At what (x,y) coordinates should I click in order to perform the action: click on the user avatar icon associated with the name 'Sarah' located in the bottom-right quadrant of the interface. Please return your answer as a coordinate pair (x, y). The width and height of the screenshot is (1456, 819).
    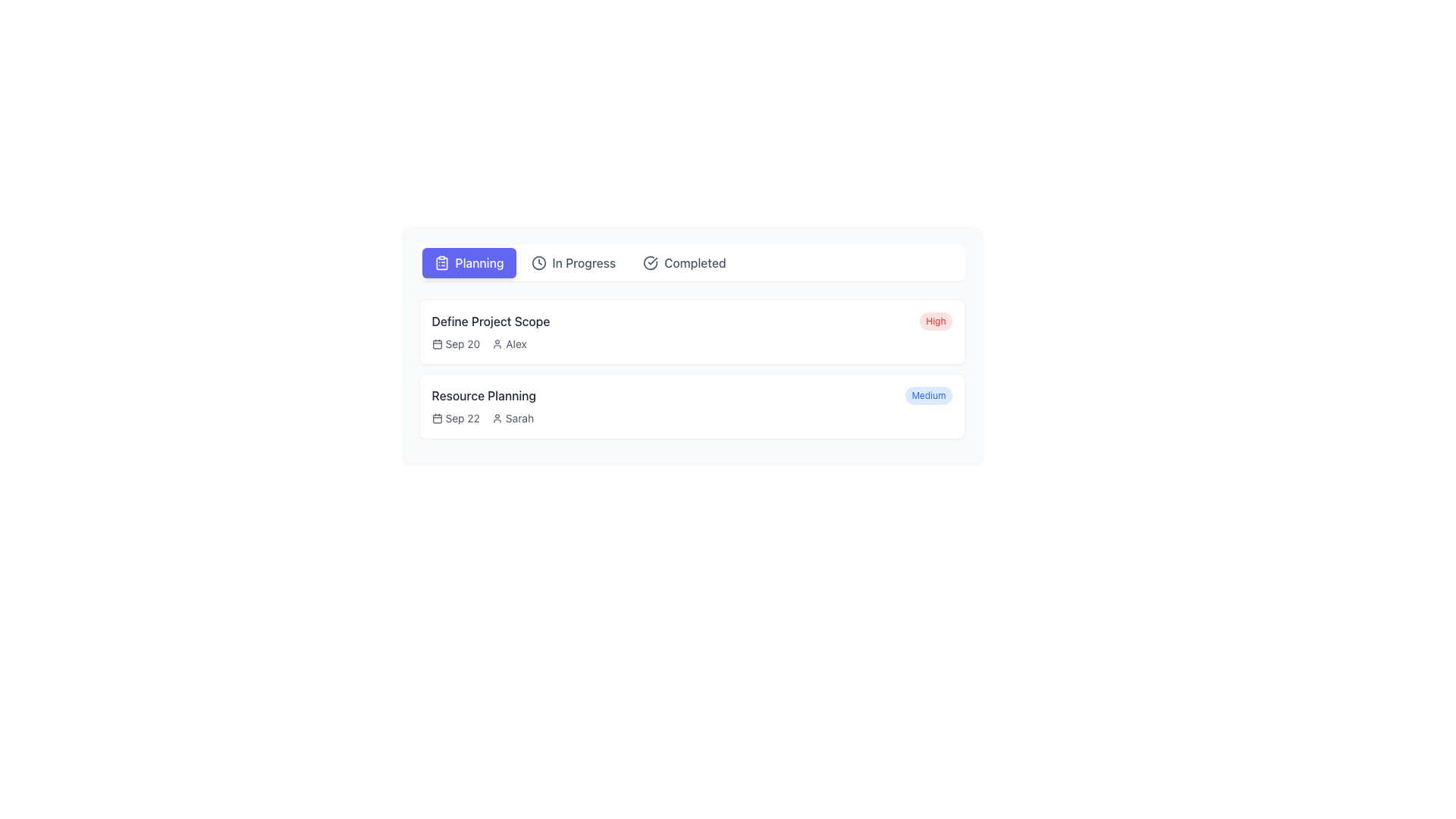
    Looking at the image, I should click on (497, 418).